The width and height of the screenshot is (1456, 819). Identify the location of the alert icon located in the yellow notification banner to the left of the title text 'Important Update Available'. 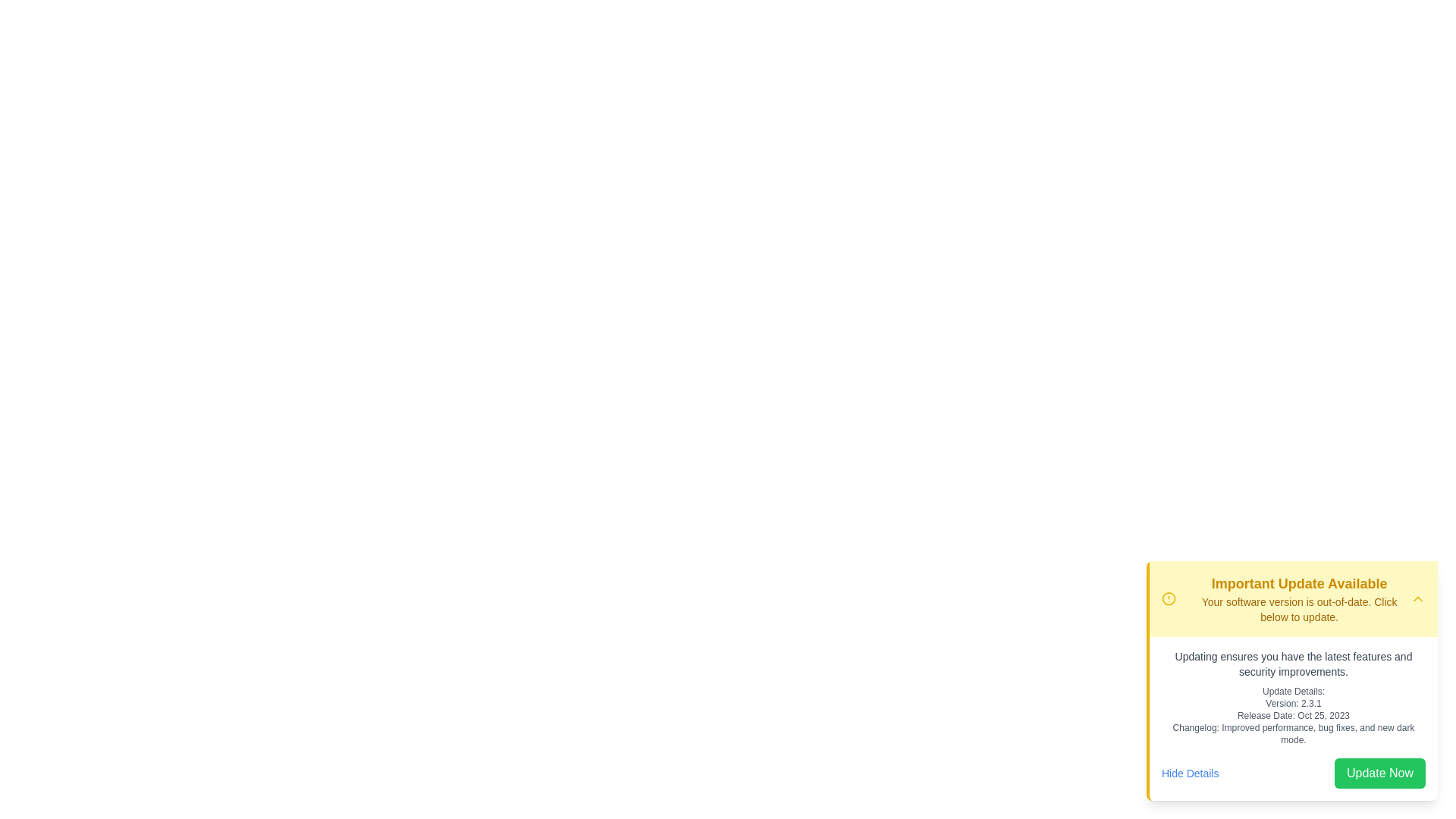
(1168, 598).